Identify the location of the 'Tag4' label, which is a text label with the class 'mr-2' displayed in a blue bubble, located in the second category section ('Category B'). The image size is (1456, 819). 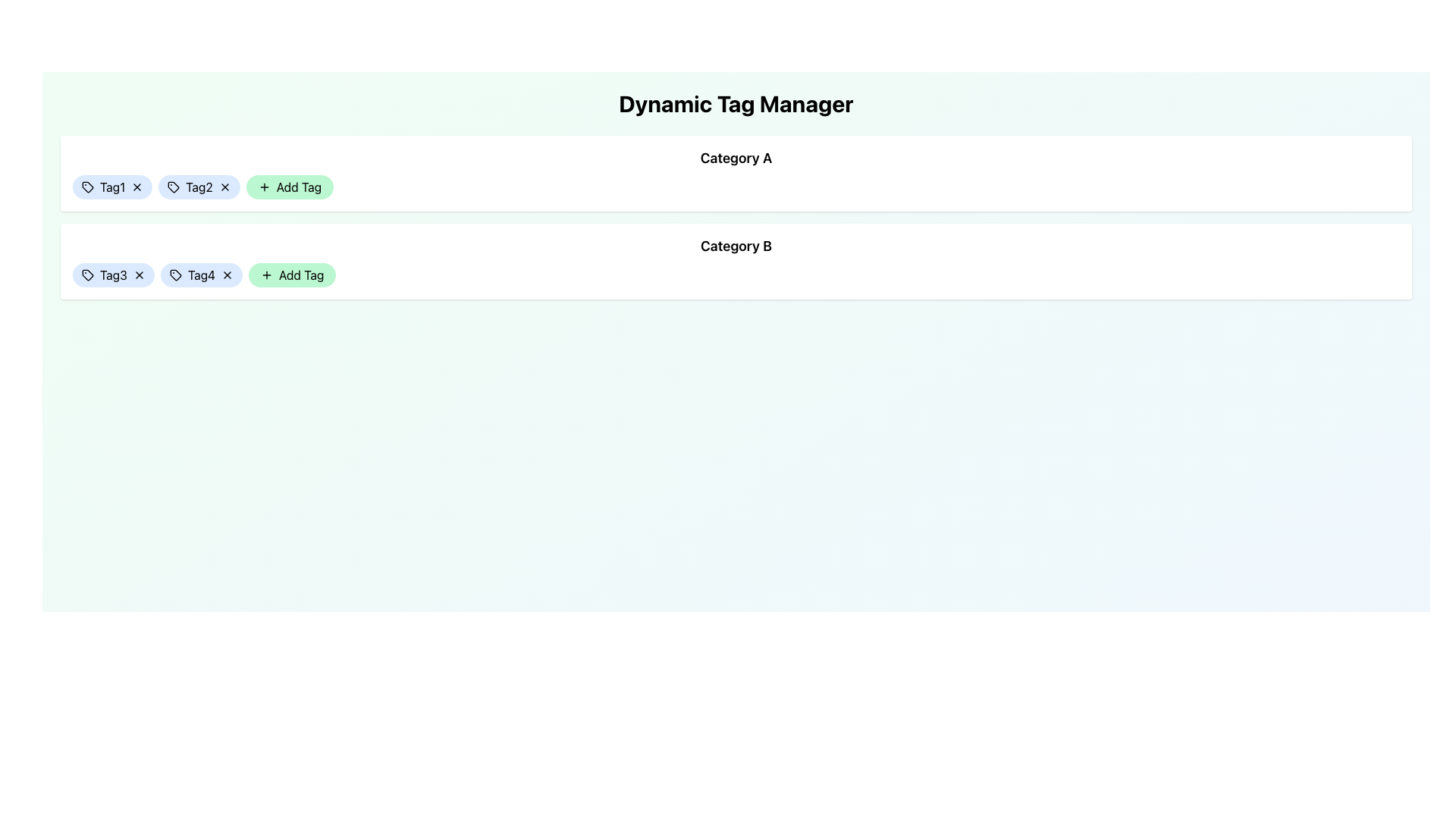
(200, 275).